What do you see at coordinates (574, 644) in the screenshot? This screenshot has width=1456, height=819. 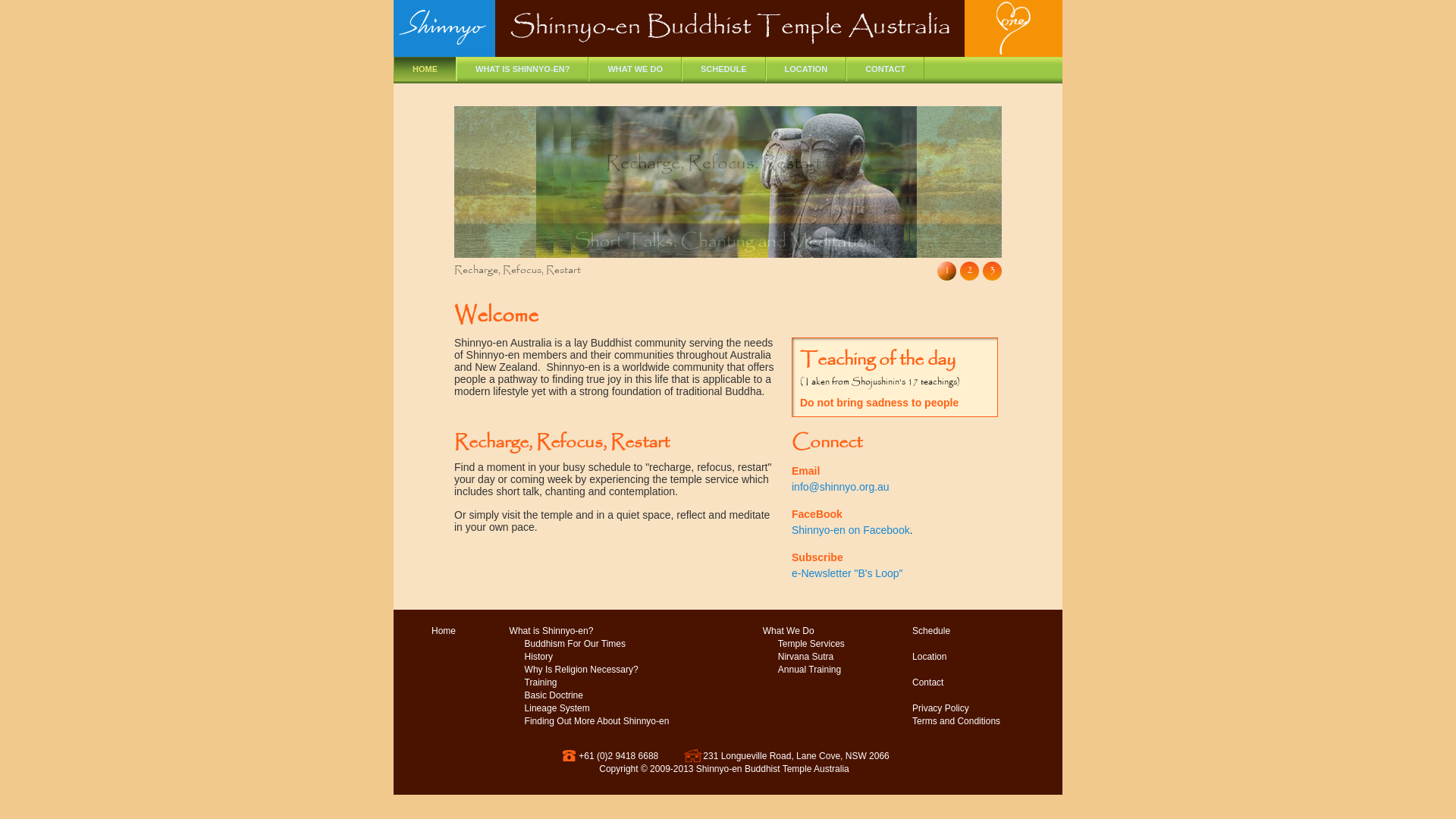 I see `'Buddhism For Our Times'` at bounding box center [574, 644].